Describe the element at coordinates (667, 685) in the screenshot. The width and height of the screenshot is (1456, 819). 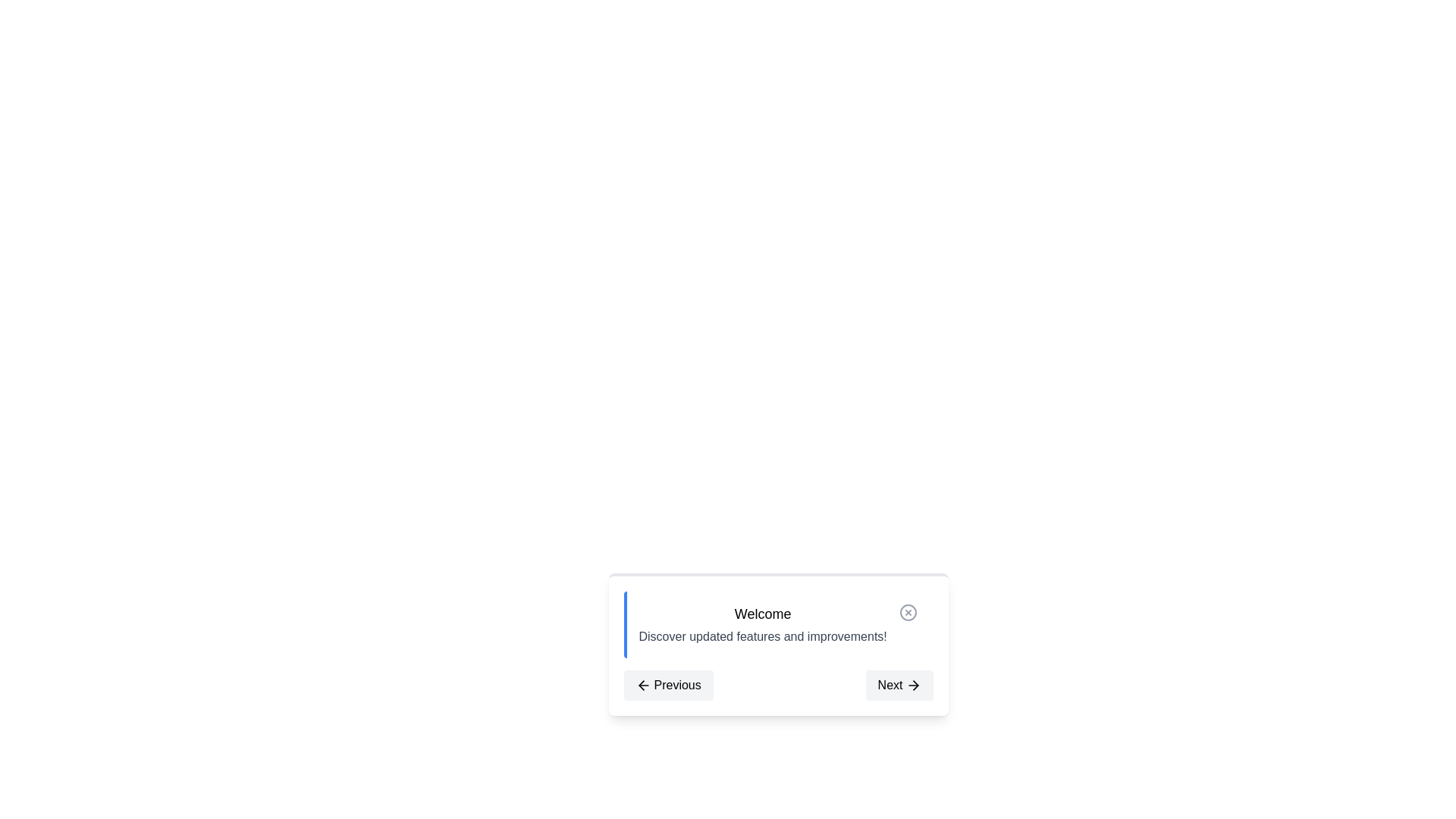
I see `the 'Previous' button located at the bottom-left corner of the interface` at that location.